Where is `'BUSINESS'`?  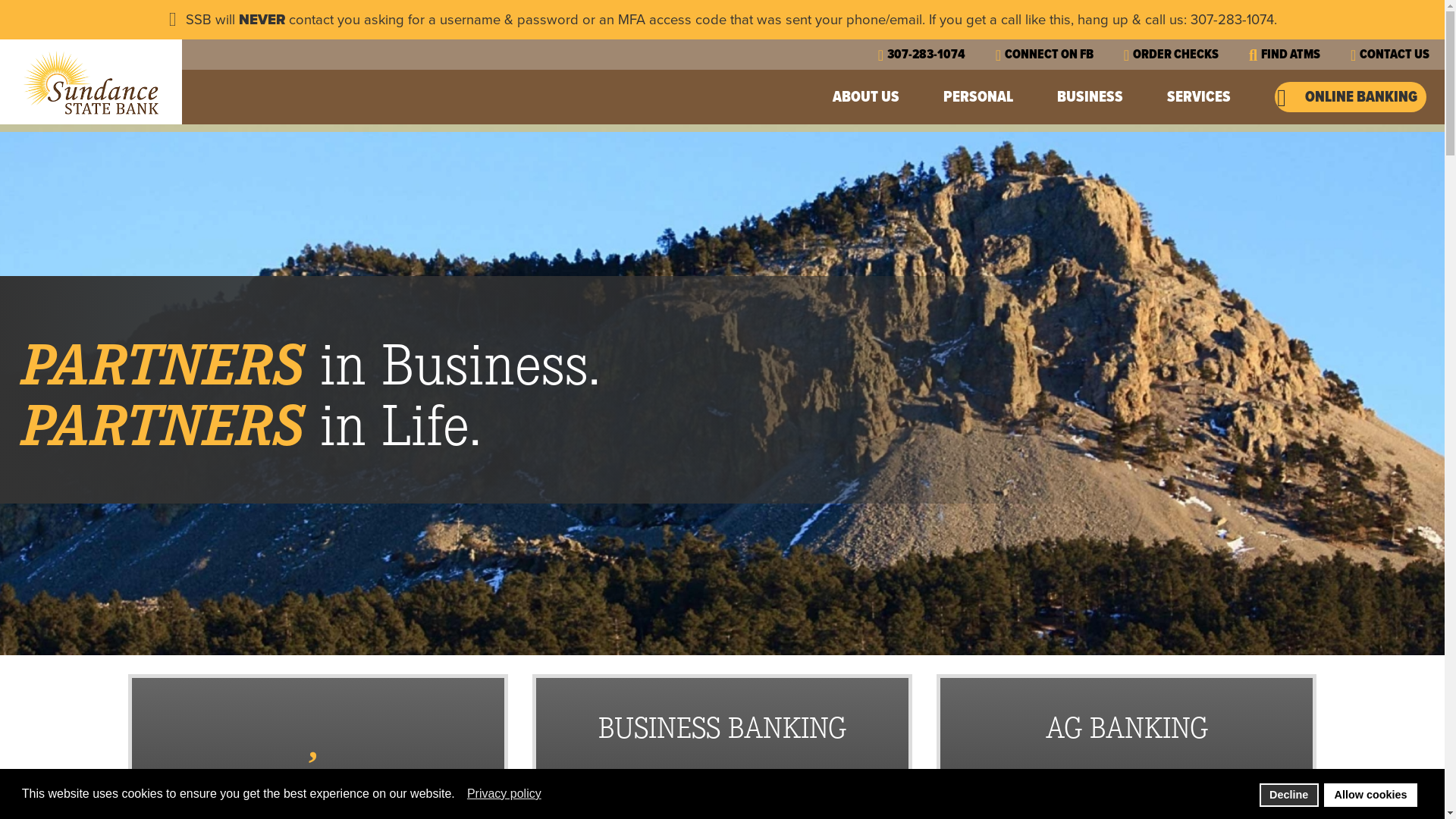 'BUSINESS' is located at coordinates (1056, 96).